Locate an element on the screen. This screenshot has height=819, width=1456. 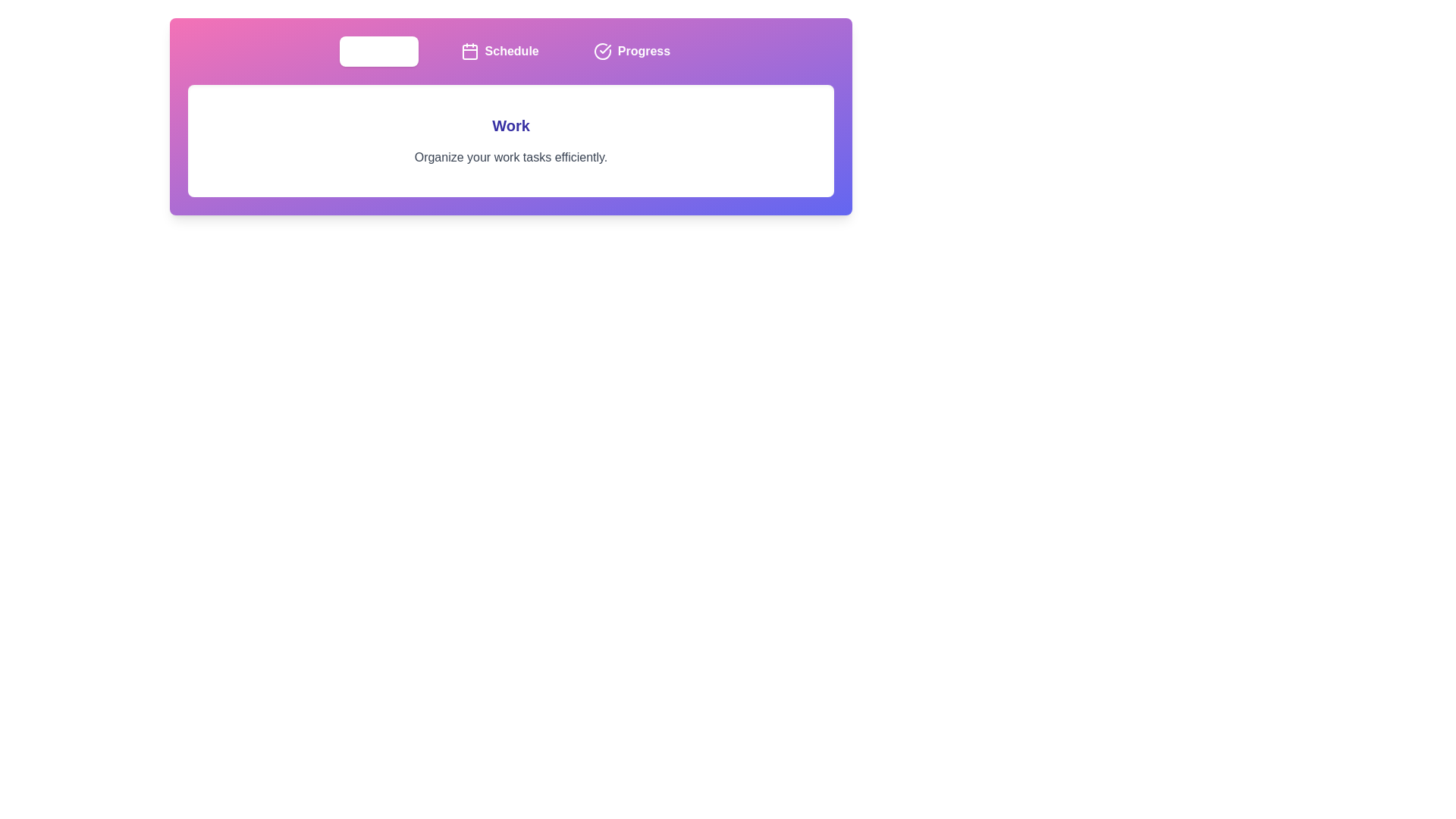
the tab button labeled Work is located at coordinates (378, 51).